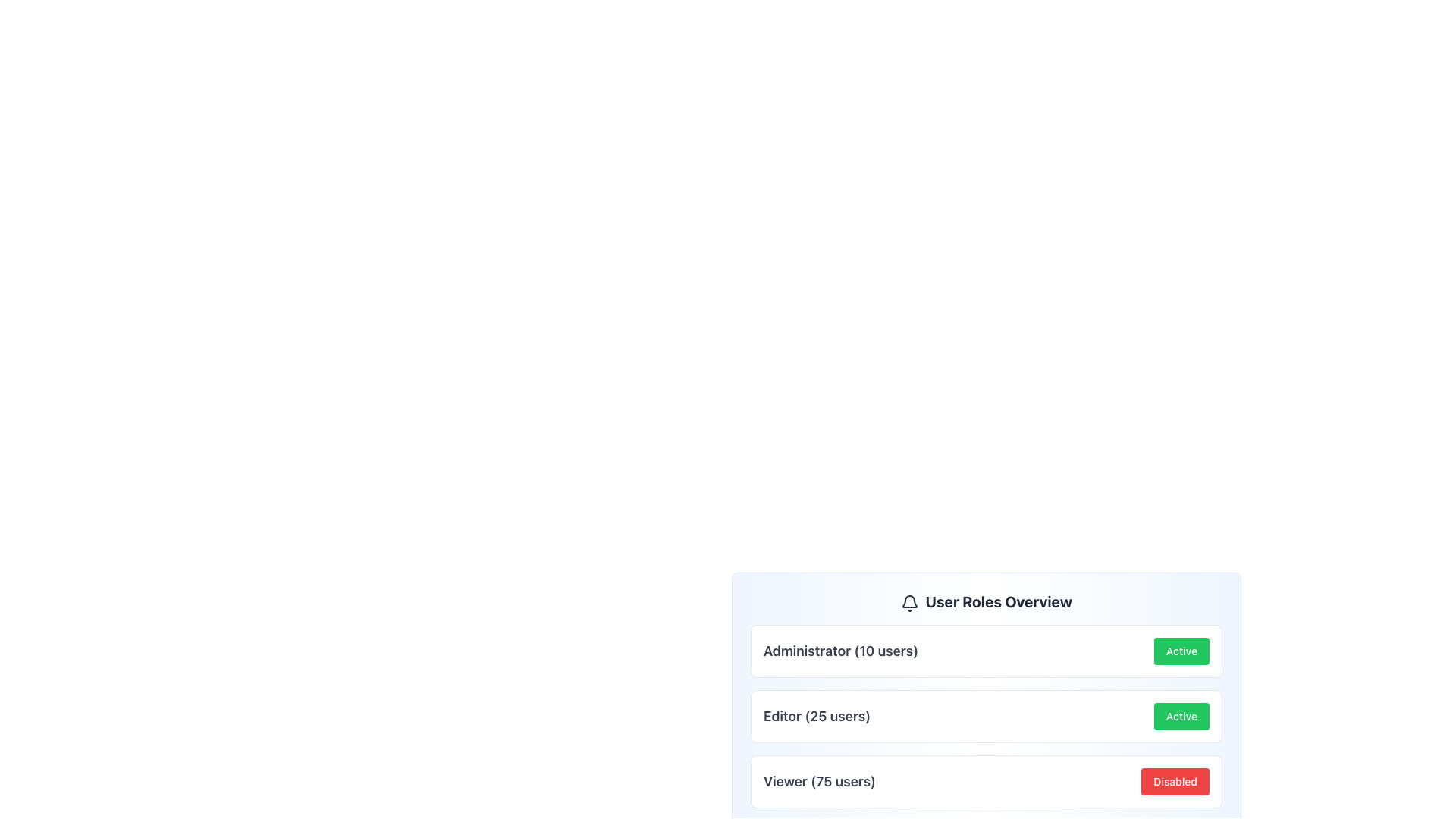 This screenshot has width=1456, height=819. What do you see at coordinates (1181, 651) in the screenshot?
I see `the 'Active' status button located at the right end of the 'Administrator (10 users)' row, within the first white rectangular card` at bounding box center [1181, 651].